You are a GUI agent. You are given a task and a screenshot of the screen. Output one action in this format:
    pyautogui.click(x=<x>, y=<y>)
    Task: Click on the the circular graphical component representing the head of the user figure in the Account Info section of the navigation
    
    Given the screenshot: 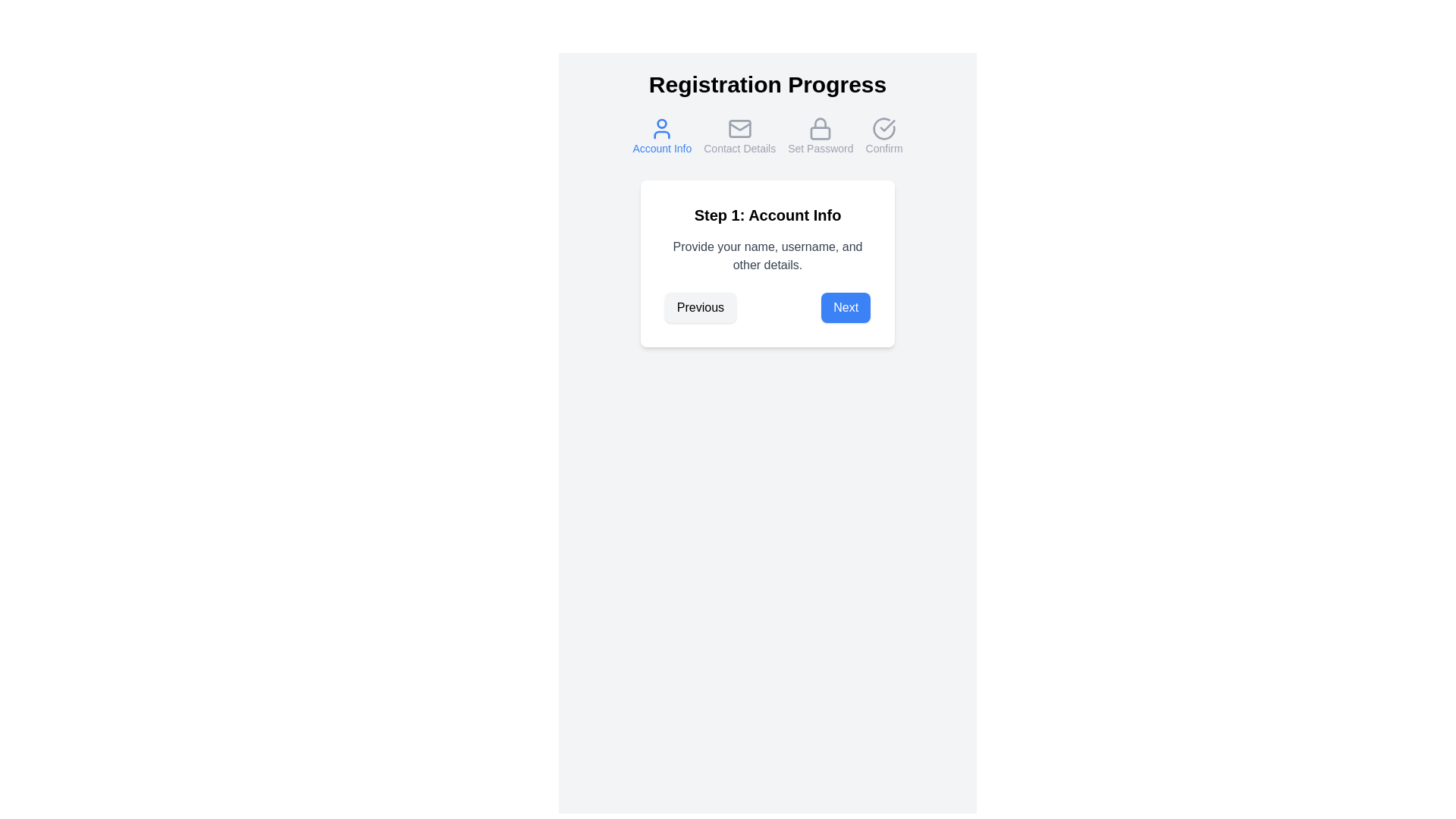 What is the action you would take?
    pyautogui.click(x=662, y=123)
    